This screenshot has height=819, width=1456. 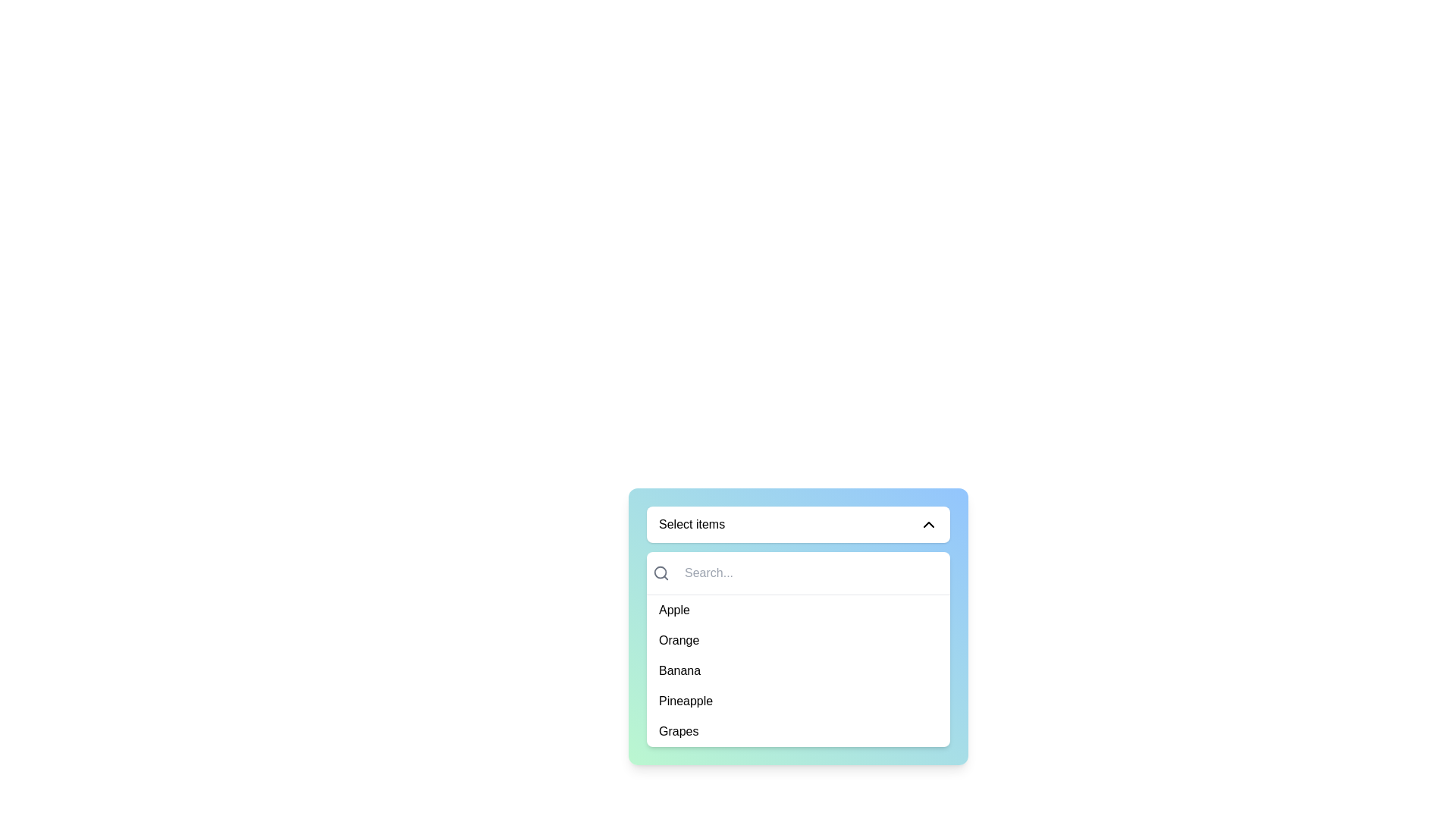 What do you see at coordinates (685, 701) in the screenshot?
I see `the static text label representing 'Pineapple' in the selectable list of options` at bounding box center [685, 701].